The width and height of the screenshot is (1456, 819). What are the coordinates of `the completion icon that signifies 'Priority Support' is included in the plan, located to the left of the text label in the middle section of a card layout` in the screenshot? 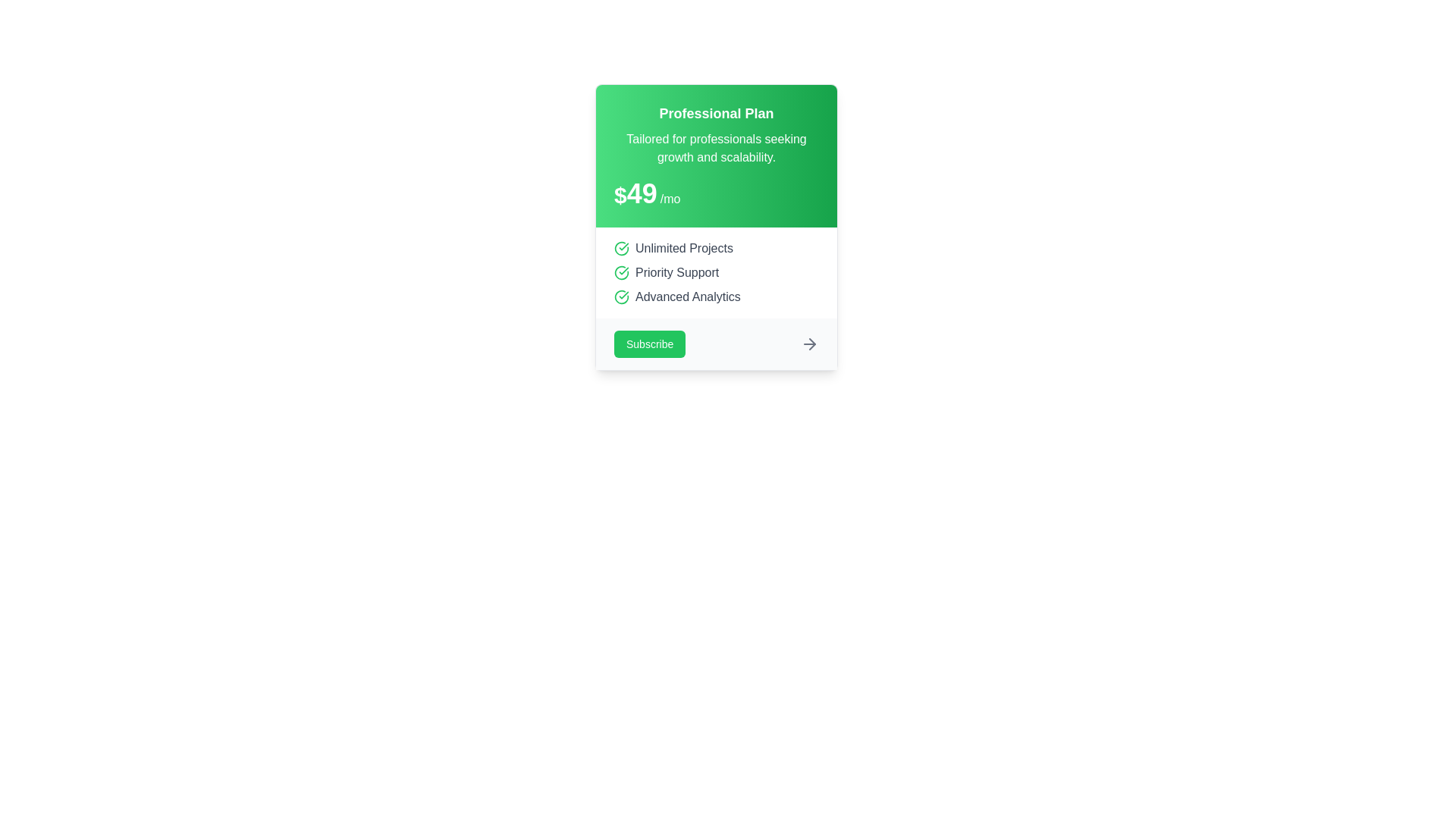 It's located at (622, 271).